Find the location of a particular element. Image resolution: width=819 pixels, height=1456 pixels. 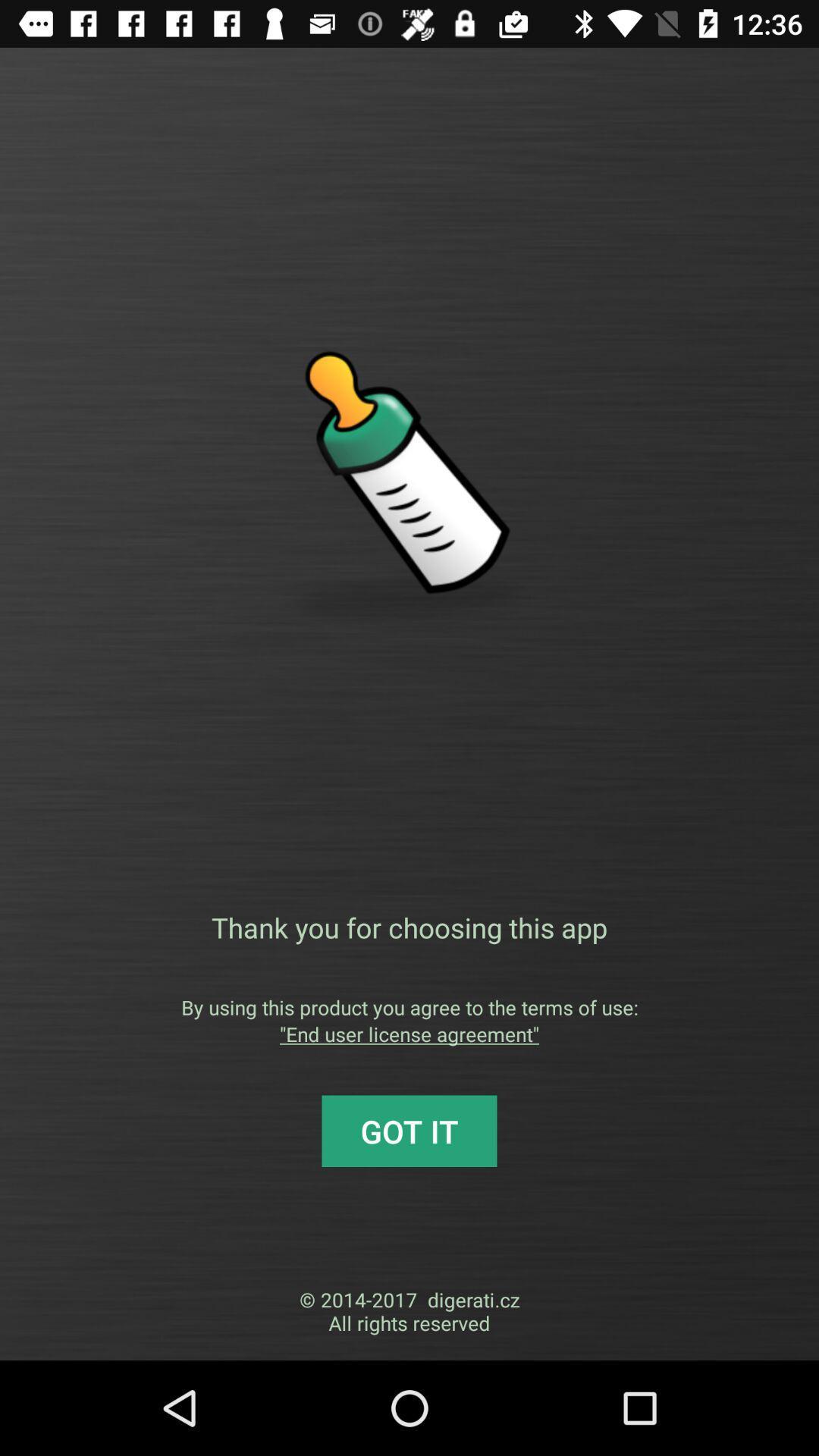

the got it icon is located at coordinates (409, 1131).